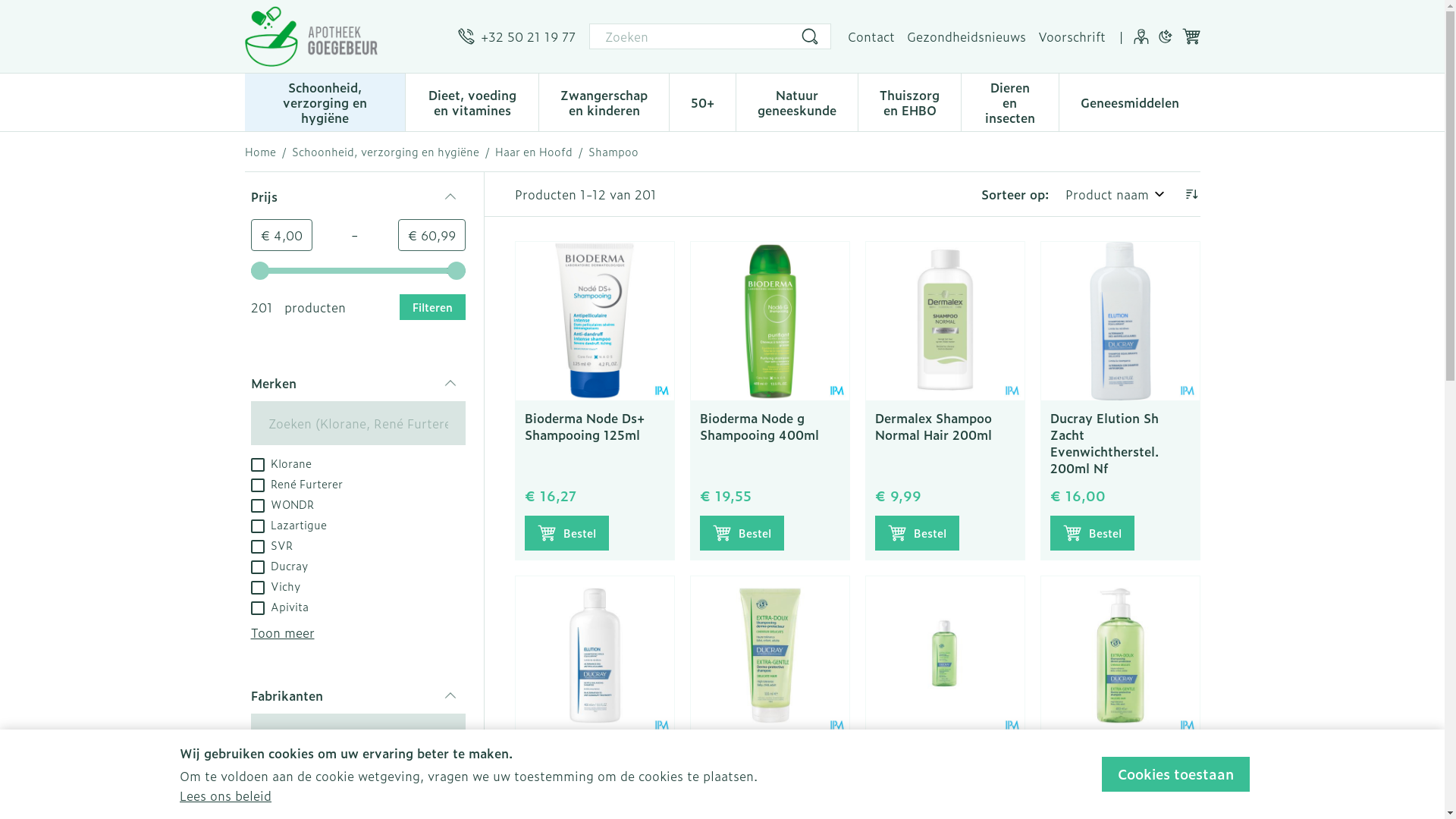  What do you see at coordinates (796, 100) in the screenshot?
I see `'Natuur geneeskunde'` at bounding box center [796, 100].